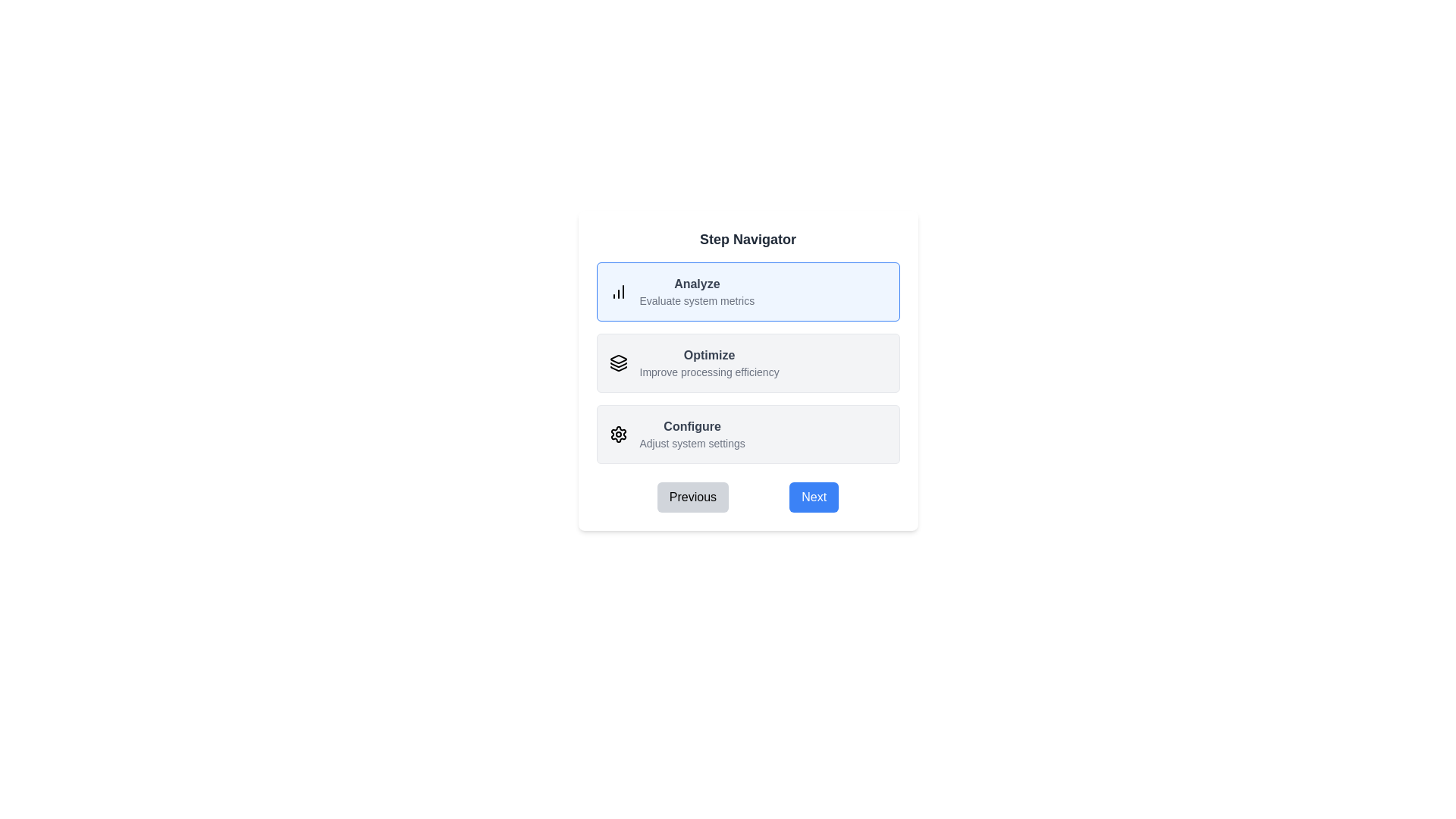 This screenshot has width=1456, height=819. Describe the element at coordinates (692, 435) in the screenshot. I see `the descriptive Text label that indicates the user can configure and adjust system settings, located below the 'Analyze' and 'Optimize' elements` at that location.